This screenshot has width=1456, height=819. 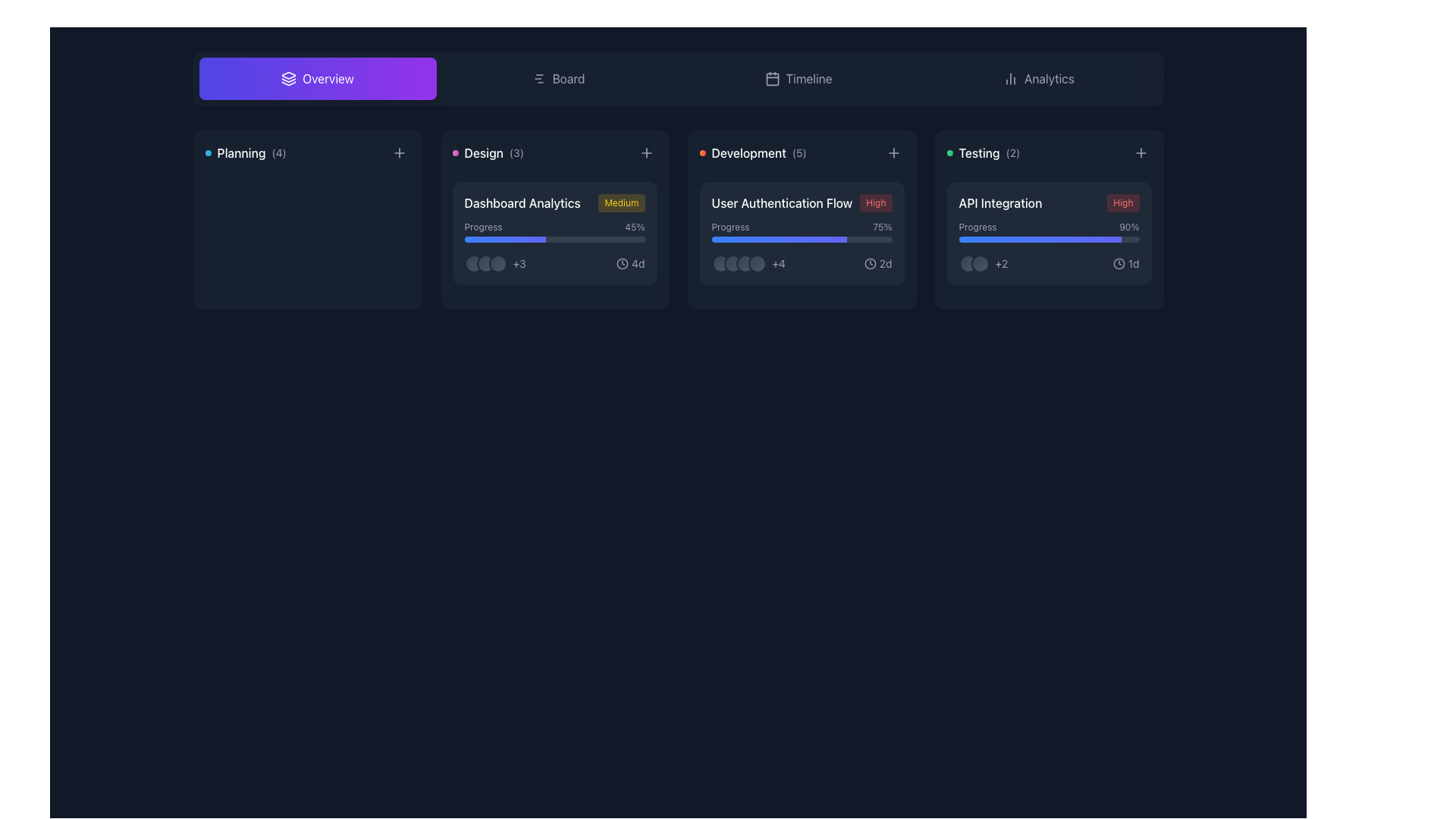 What do you see at coordinates (983, 152) in the screenshot?
I see `the label indicating the 'Testing' category with the item count '(2)' in the 'API Integration' card within the 'Development' section` at bounding box center [983, 152].